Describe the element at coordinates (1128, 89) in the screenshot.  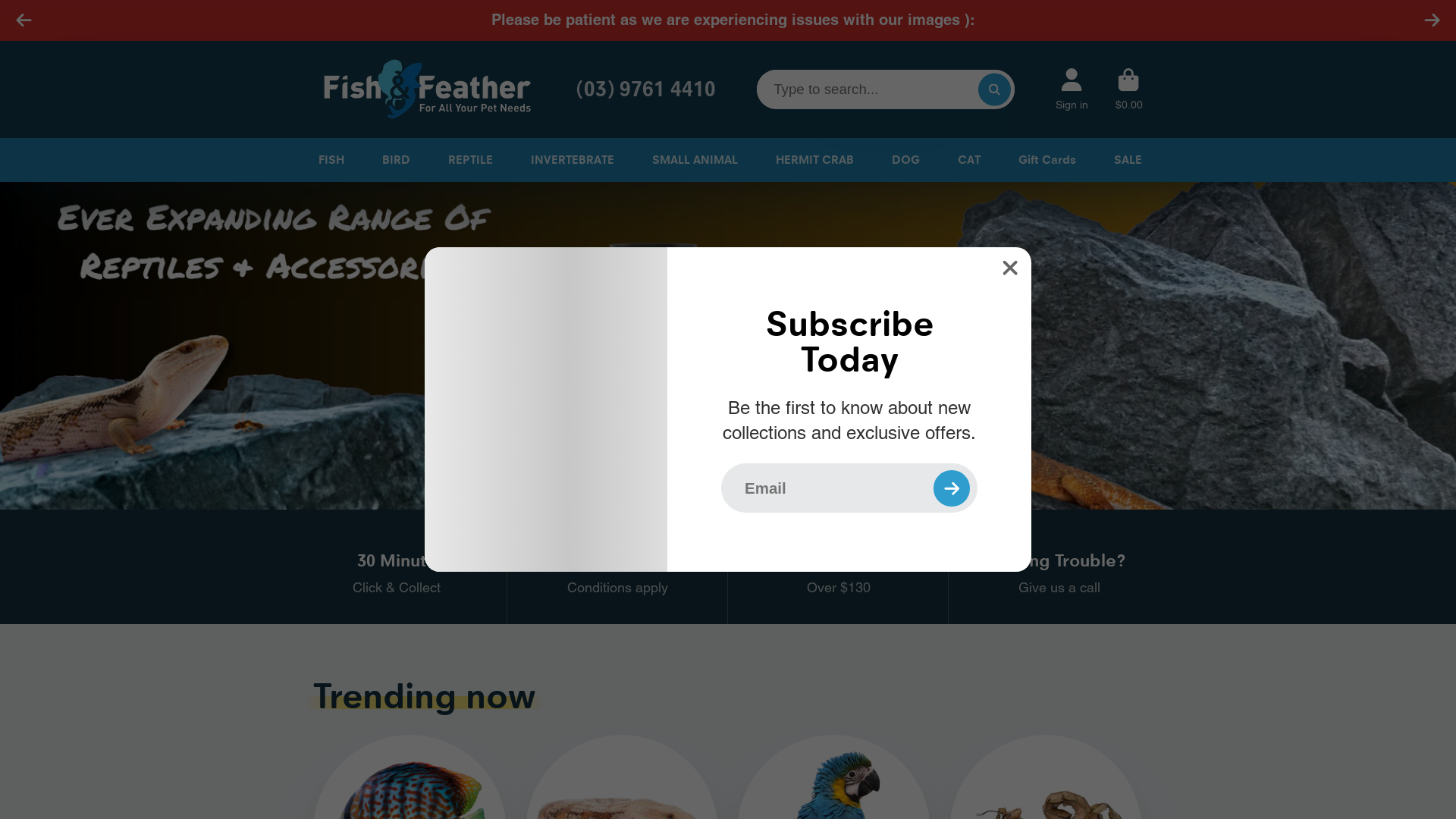
I see `'Cart'` at that location.